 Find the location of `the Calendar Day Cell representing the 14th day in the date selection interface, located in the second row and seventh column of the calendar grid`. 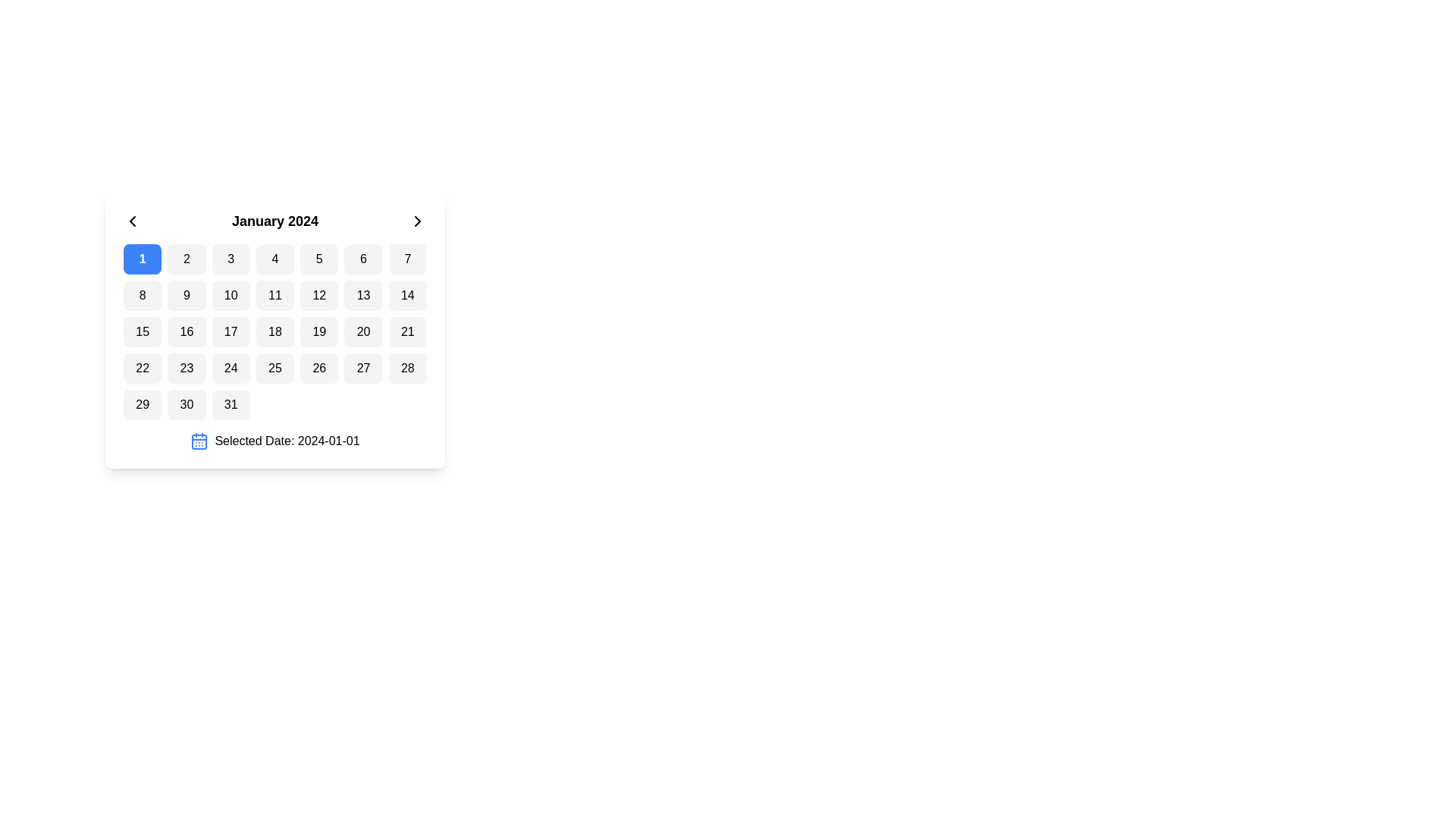

the Calendar Day Cell representing the 14th day in the date selection interface, located in the second row and seventh column of the calendar grid is located at coordinates (407, 295).